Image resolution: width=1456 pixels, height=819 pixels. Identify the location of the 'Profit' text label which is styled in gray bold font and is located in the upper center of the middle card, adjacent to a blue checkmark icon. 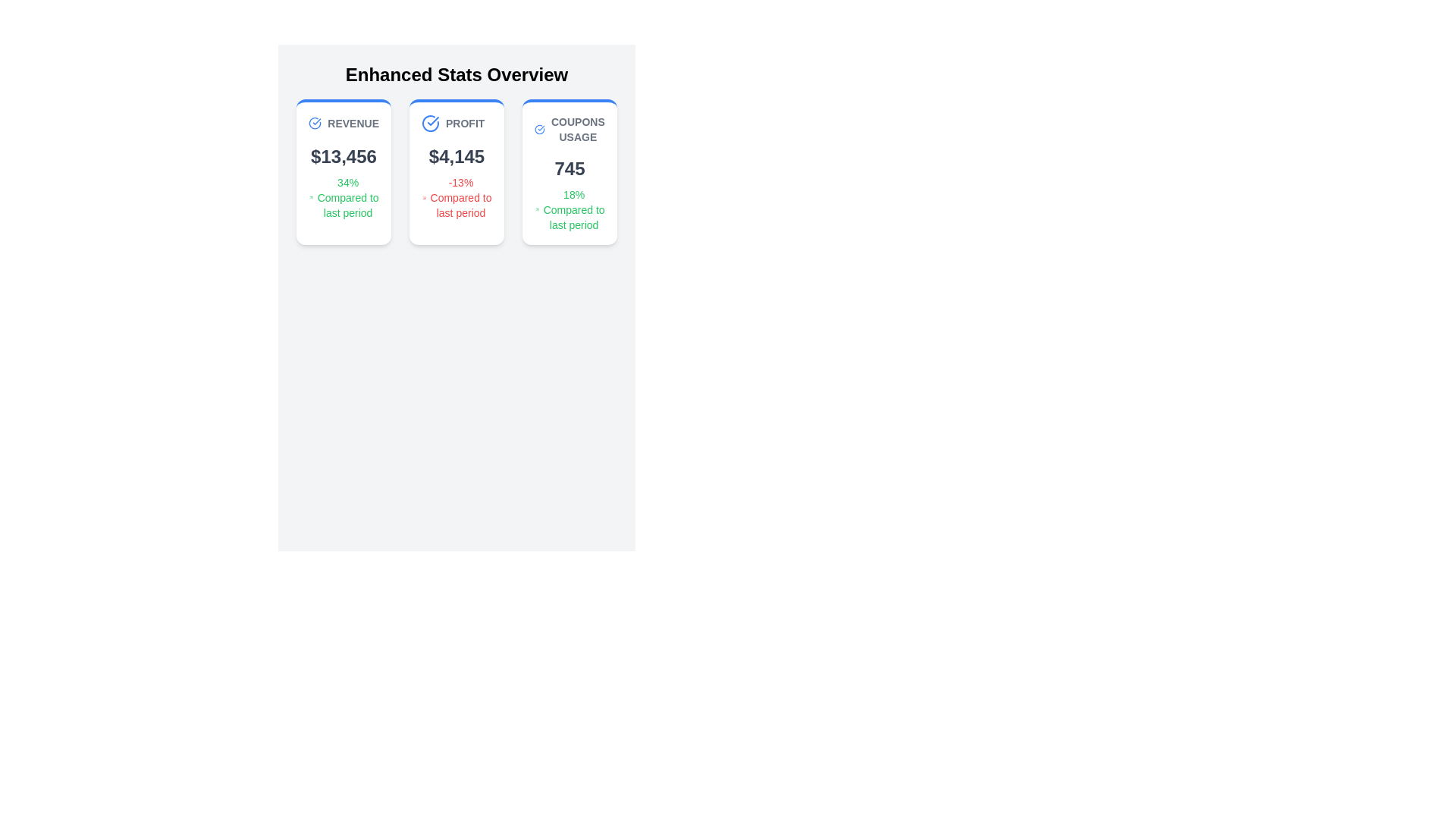
(456, 122).